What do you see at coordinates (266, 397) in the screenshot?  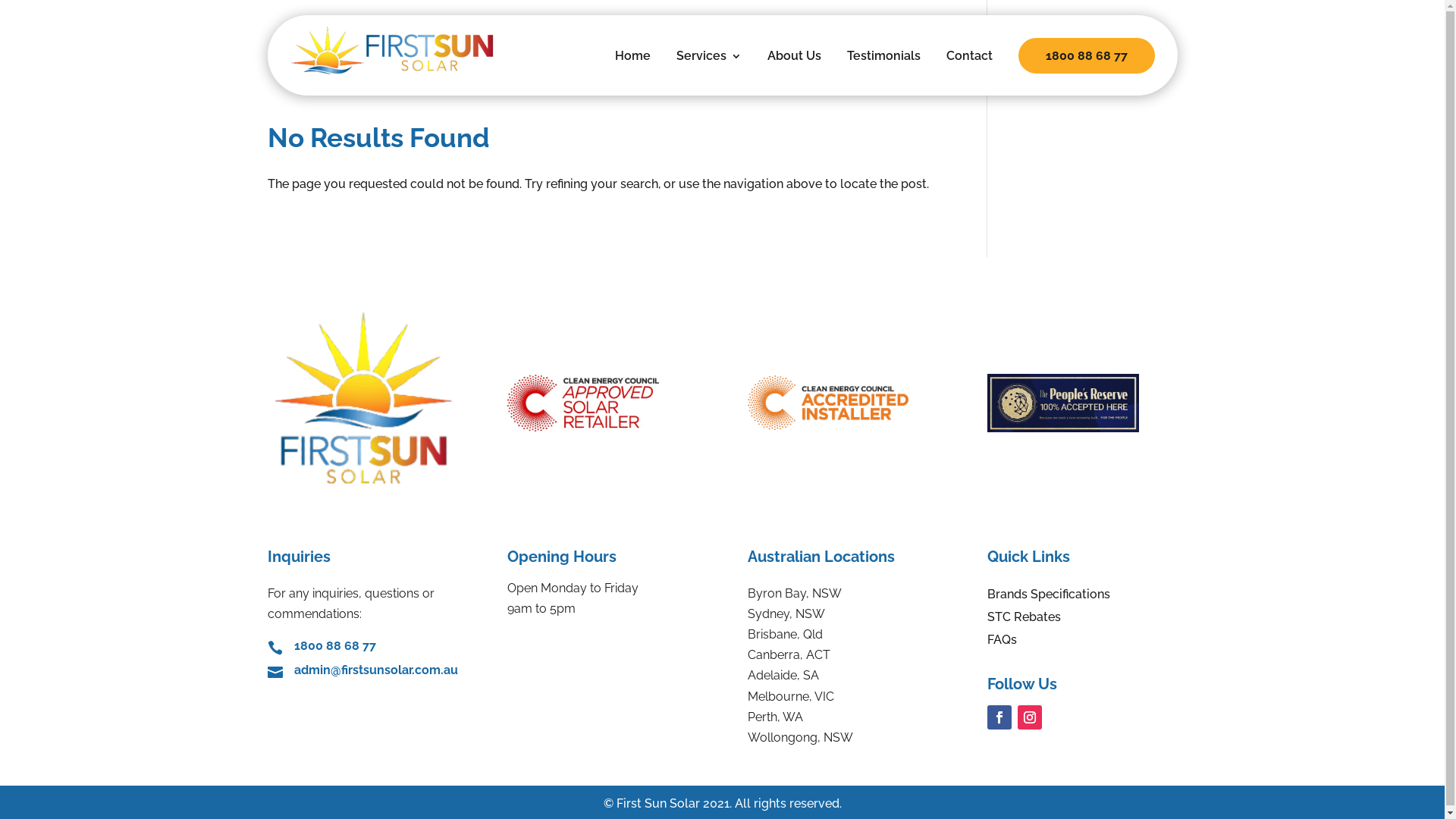 I see `'logo 200'` at bounding box center [266, 397].